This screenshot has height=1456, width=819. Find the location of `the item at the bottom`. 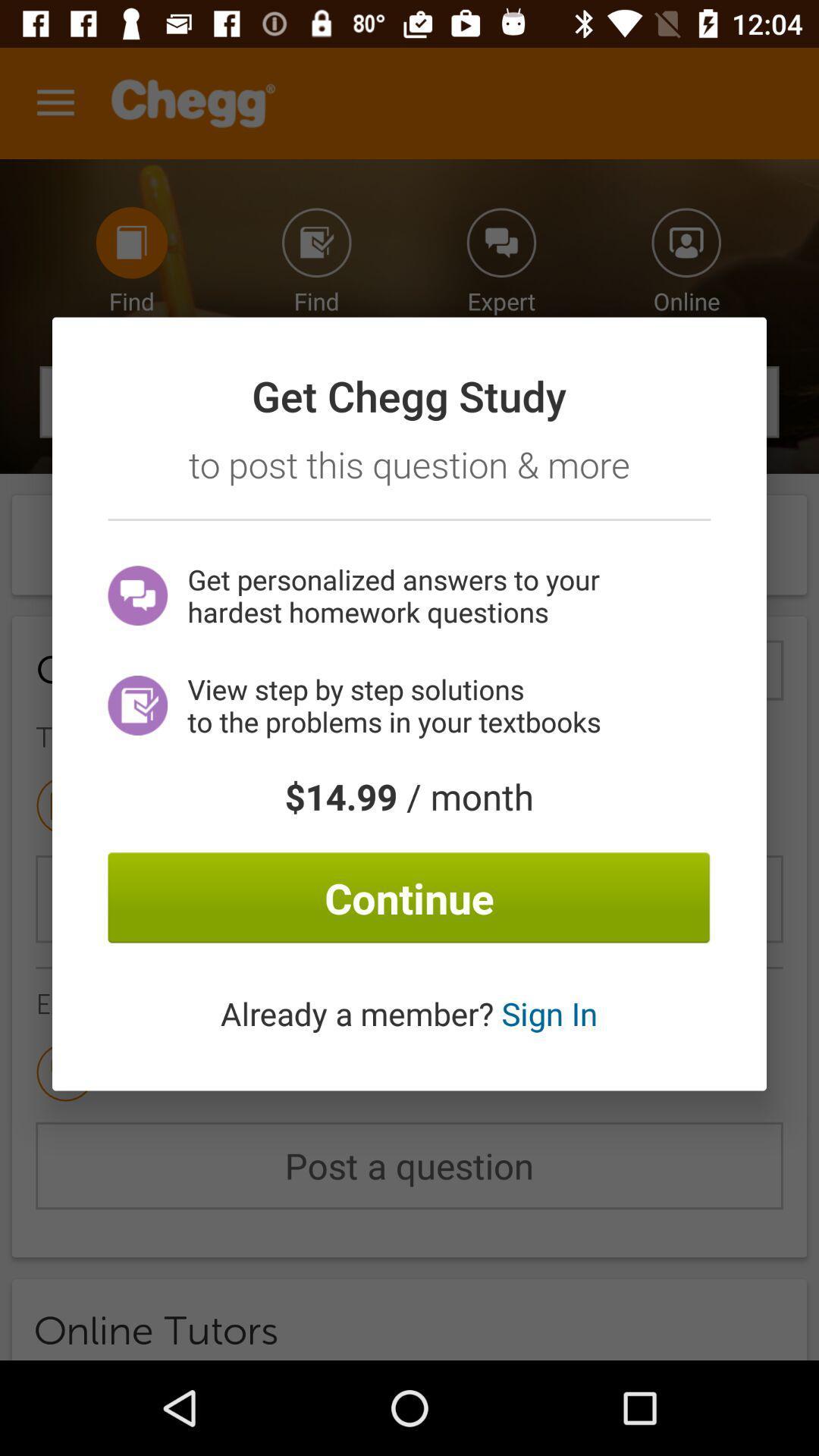

the item at the bottom is located at coordinates (408, 1013).